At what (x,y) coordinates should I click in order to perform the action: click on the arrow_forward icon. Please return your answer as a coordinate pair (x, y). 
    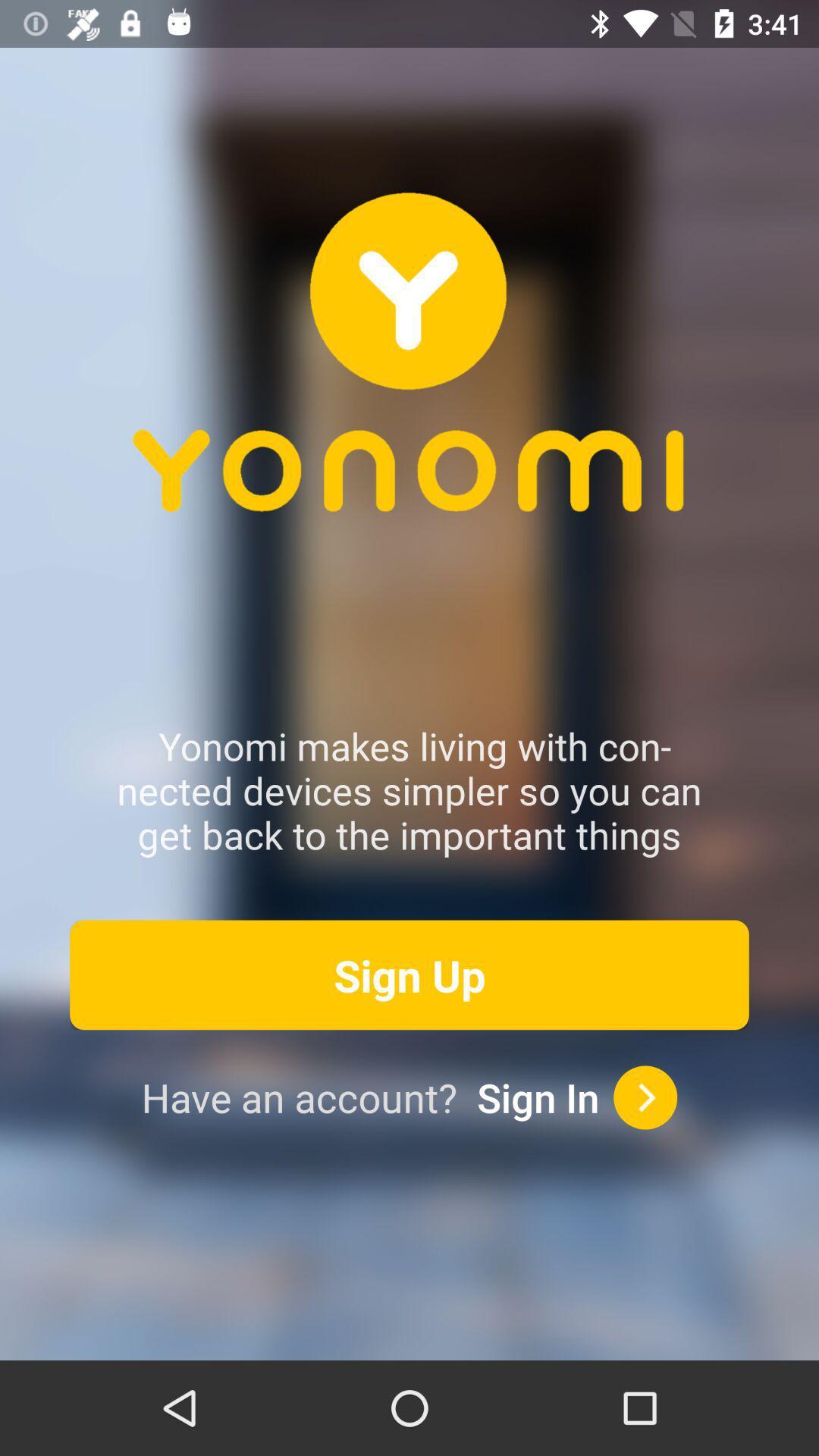
    Looking at the image, I should click on (645, 1097).